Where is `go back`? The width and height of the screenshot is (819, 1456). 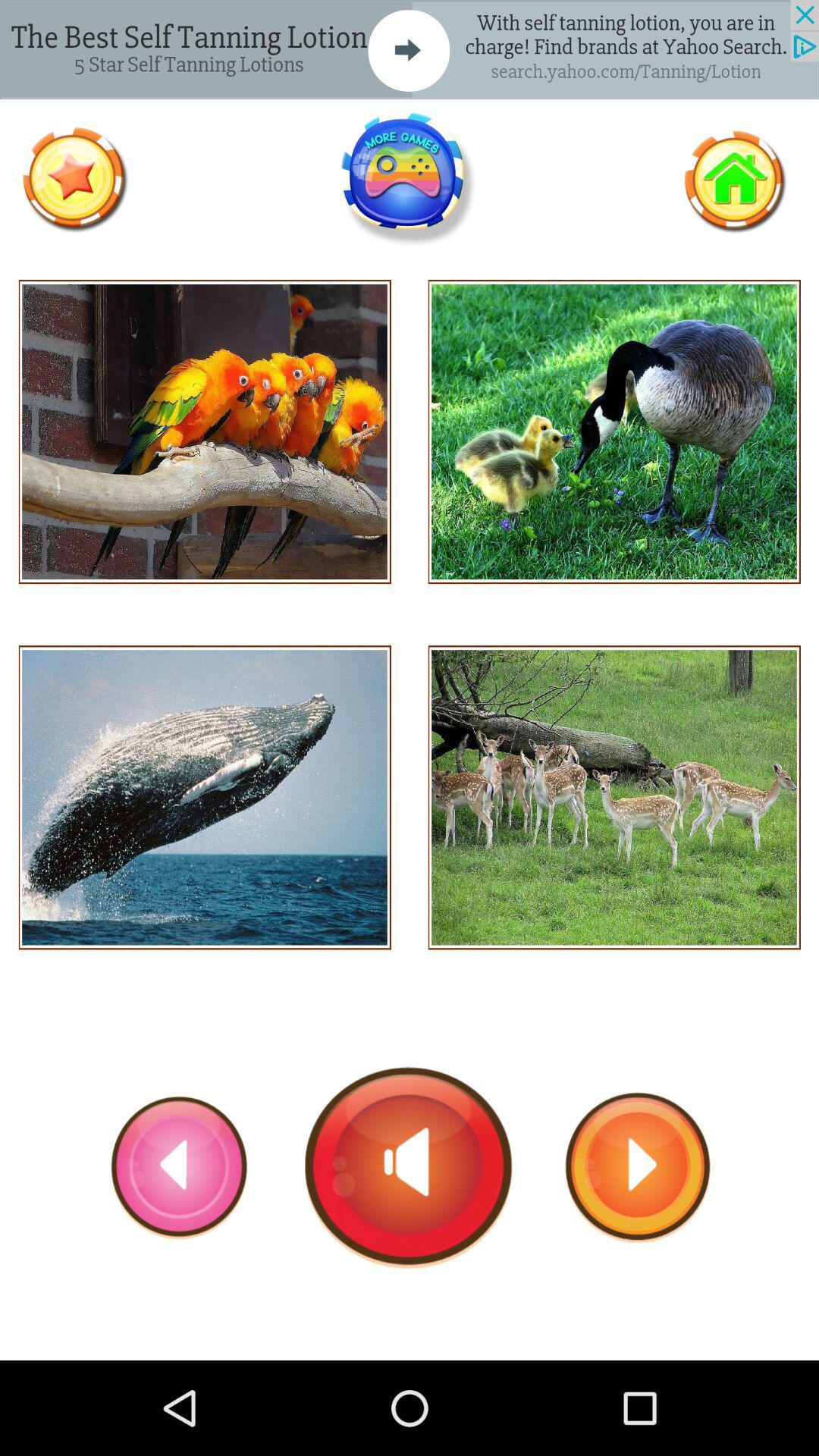
go back is located at coordinates (179, 1166).